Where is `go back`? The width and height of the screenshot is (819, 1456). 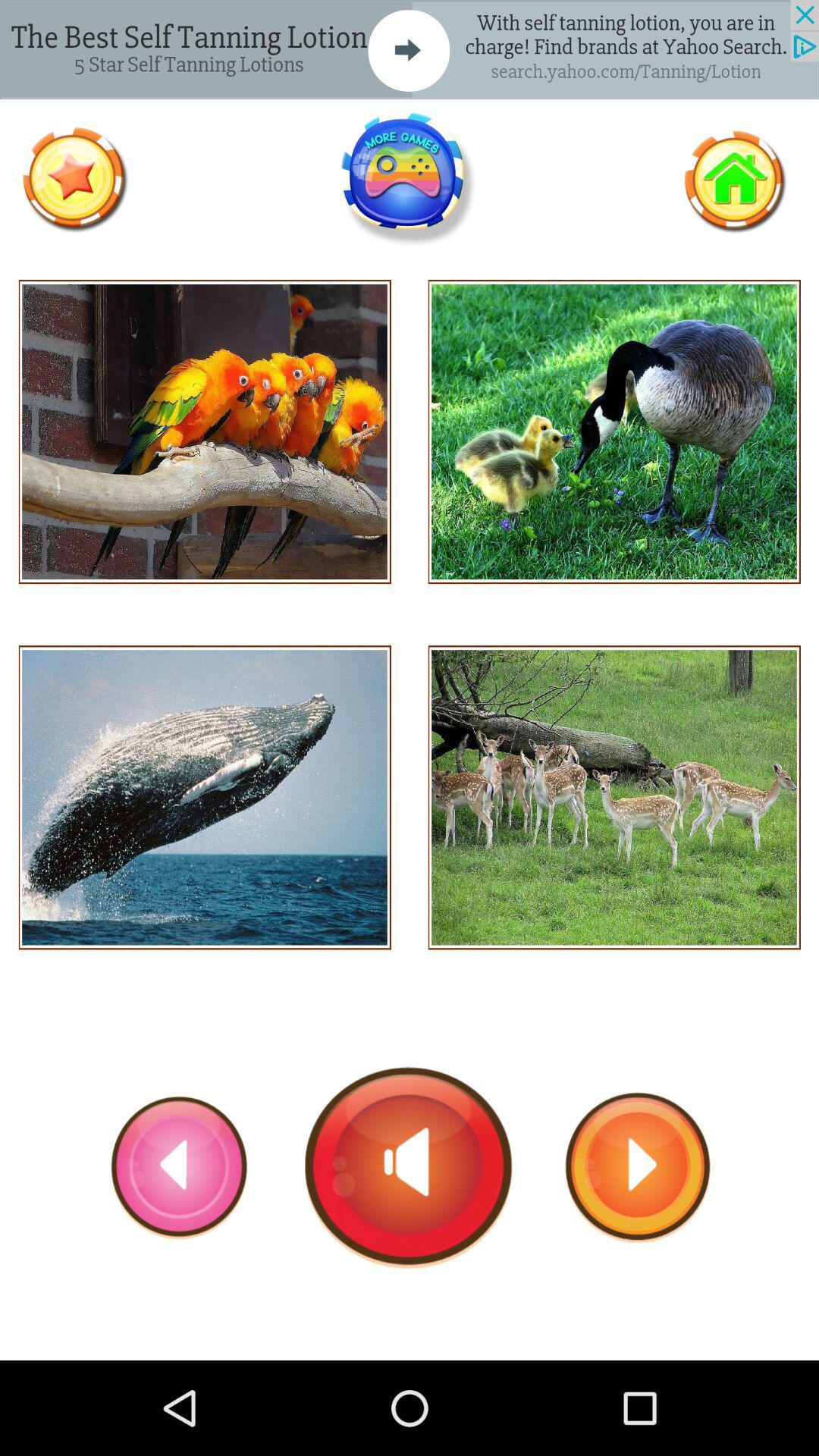
go back is located at coordinates (179, 1166).